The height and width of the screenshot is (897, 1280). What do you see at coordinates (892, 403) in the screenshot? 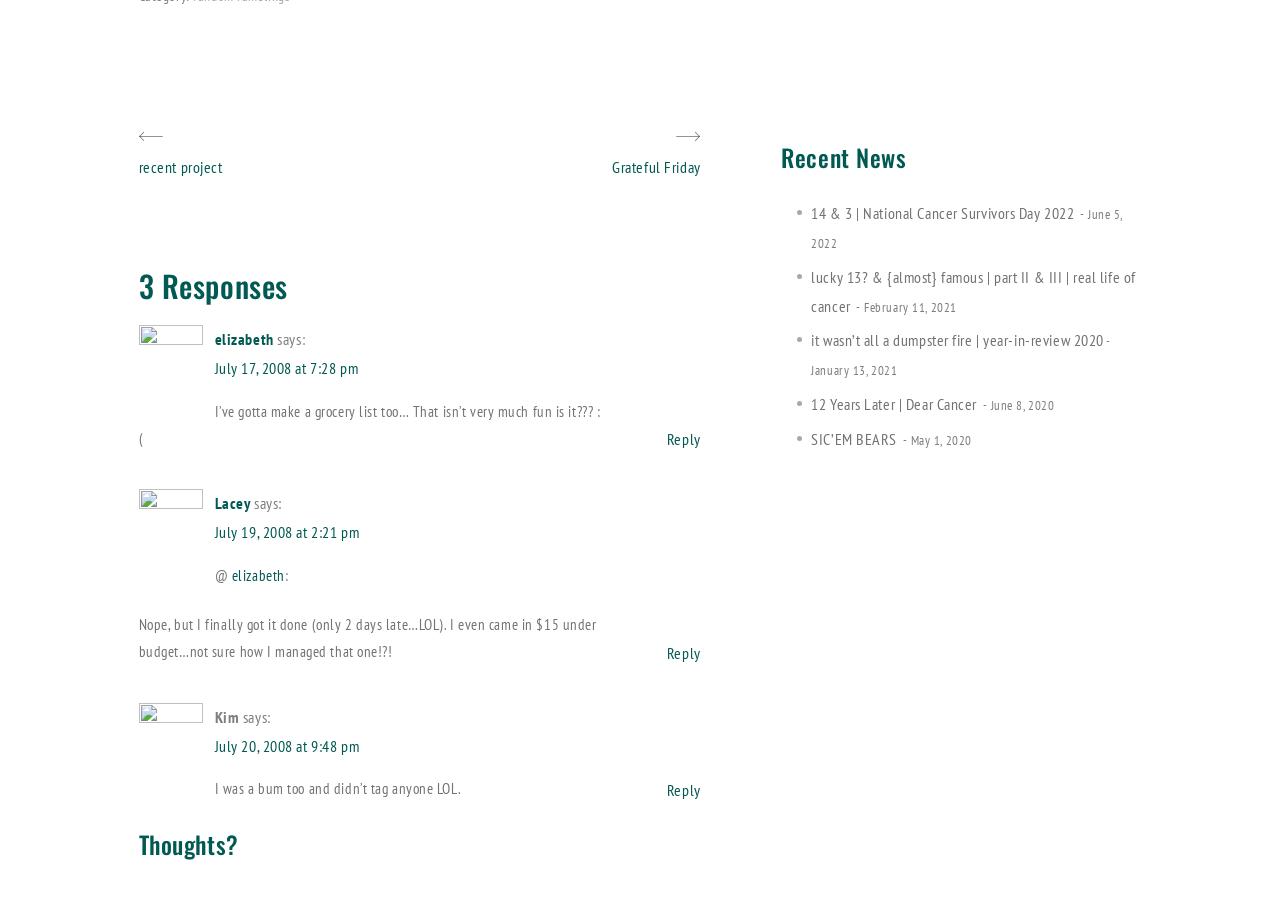
I see `'12 Years Later | Dear Cancer'` at bounding box center [892, 403].